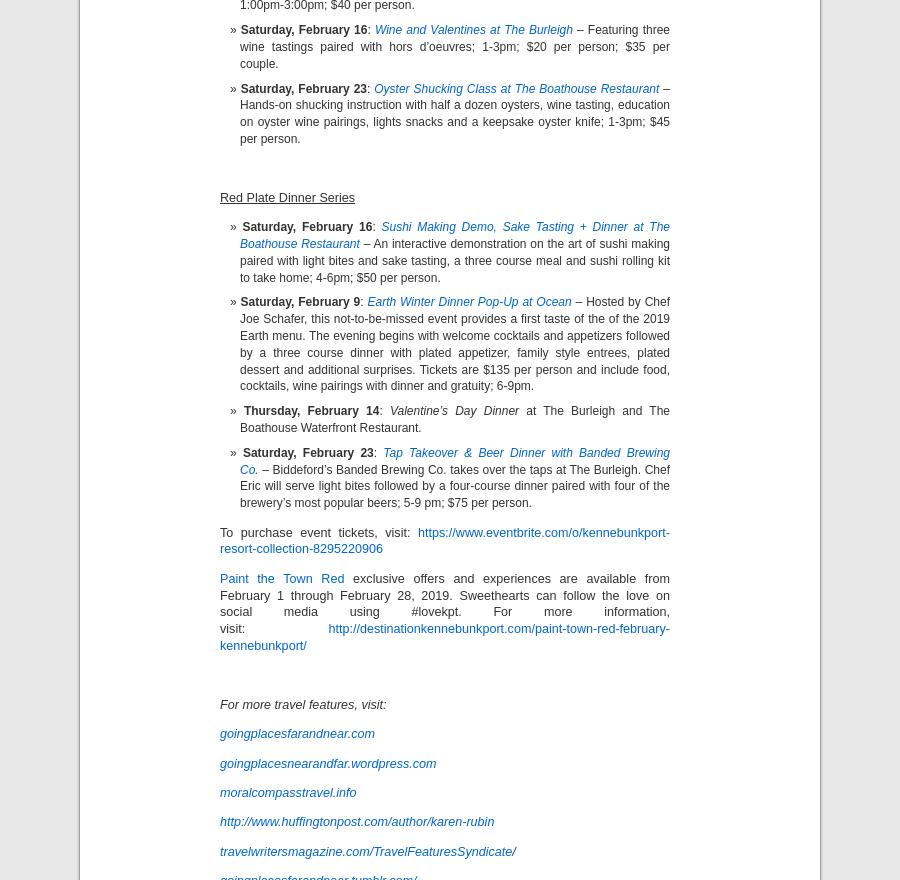 This screenshot has height=880, width=900. Describe the element at coordinates (219, 530) in the screenshot. I see `'To purchase event tickets, visit:'` at that location.